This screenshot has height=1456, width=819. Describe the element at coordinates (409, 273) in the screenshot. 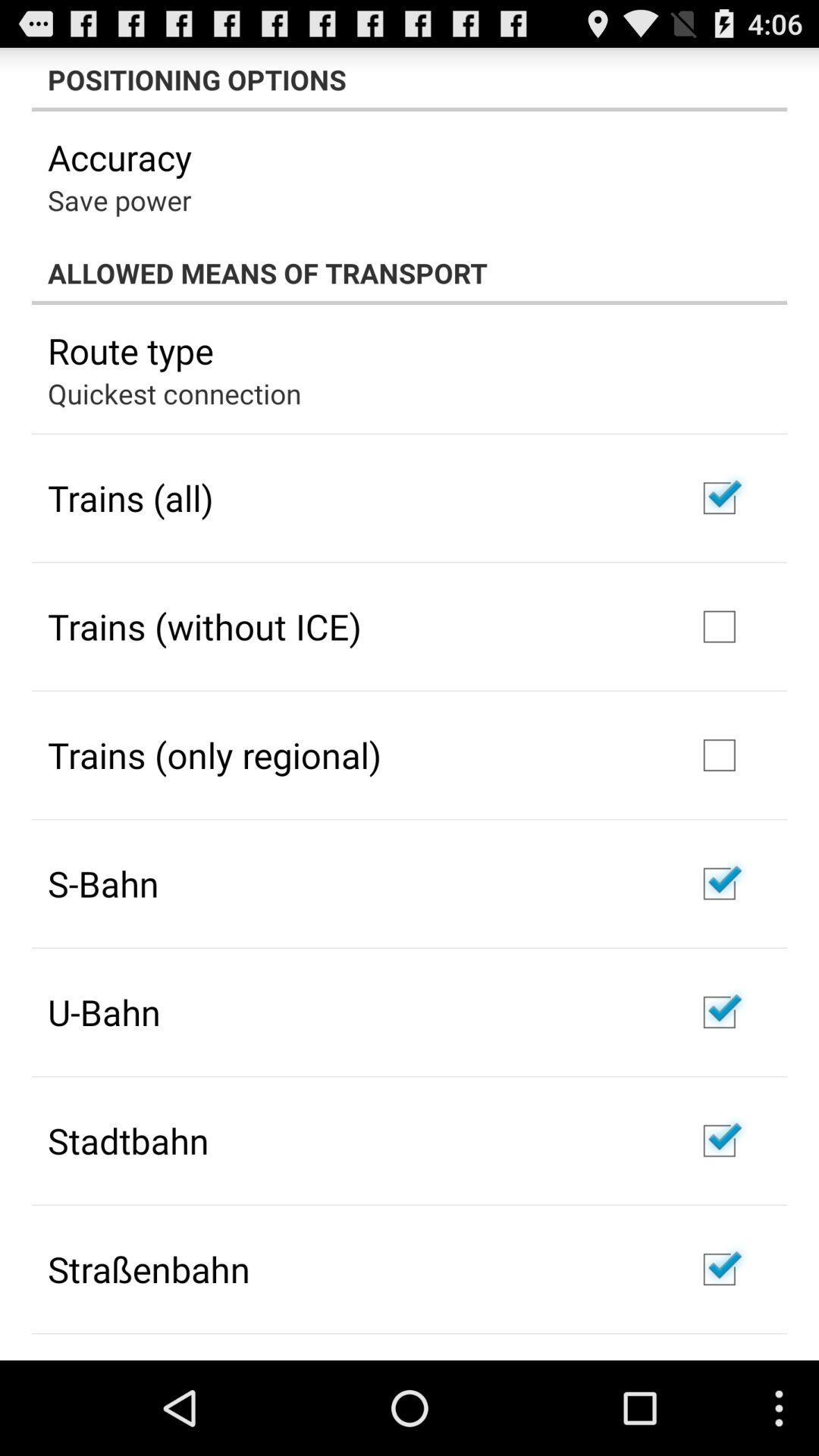

I see `the item below save power` at that location.